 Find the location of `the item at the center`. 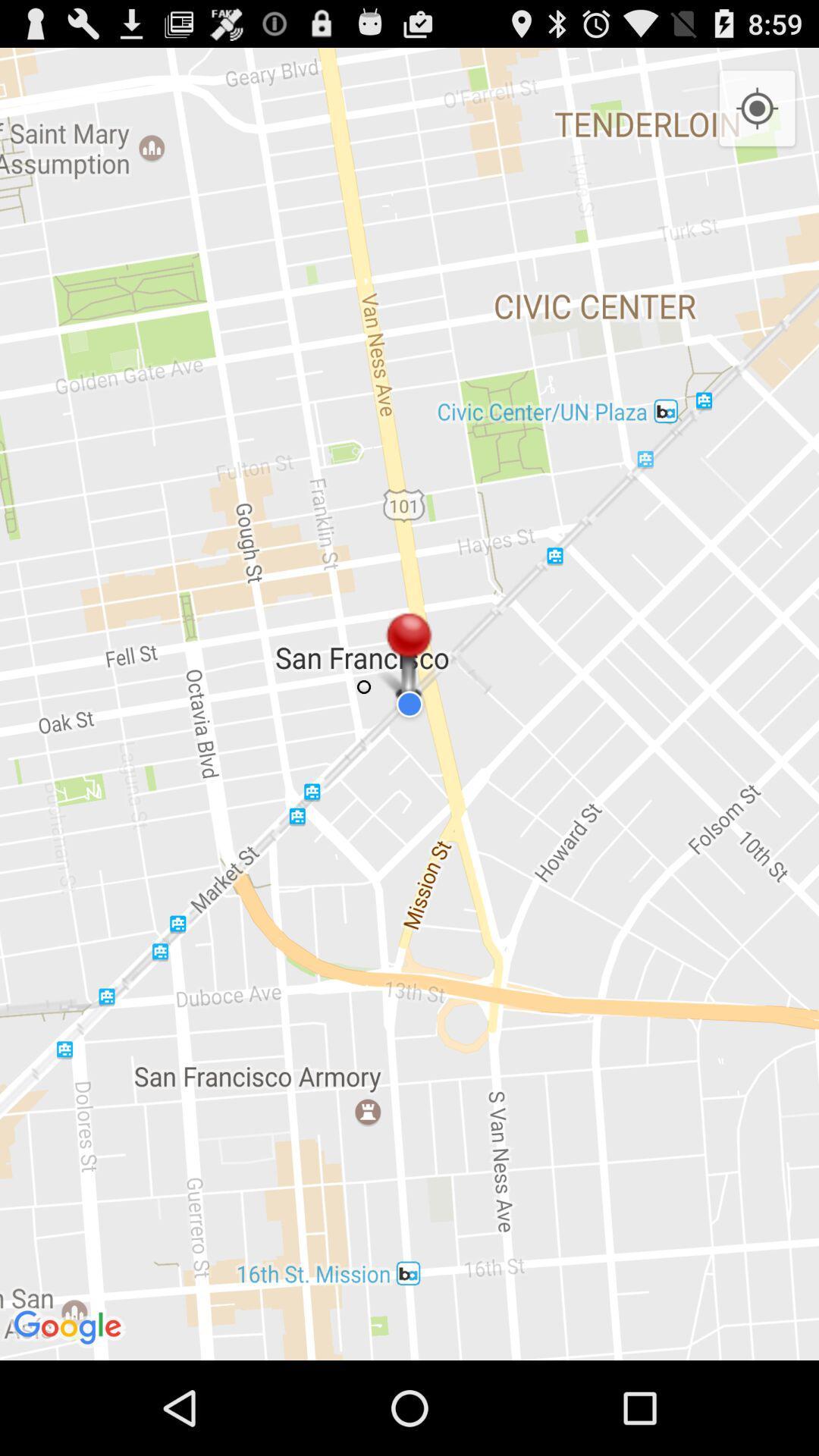

the item at the center is located at coordinates (409, 703).